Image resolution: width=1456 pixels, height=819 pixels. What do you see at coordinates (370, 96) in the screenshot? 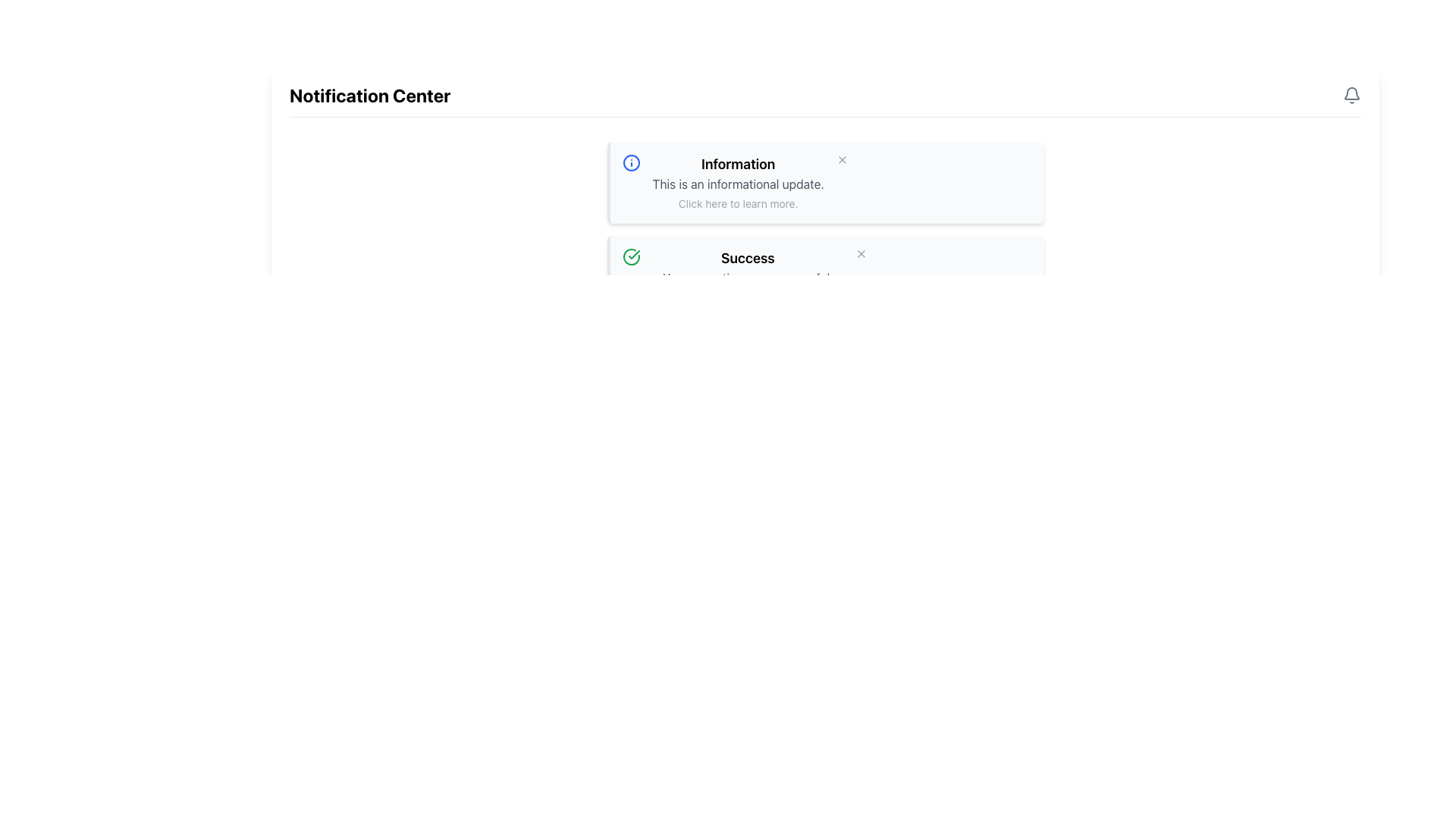
I see `bold-text heading labeled 'Notification Center' located at the top left of the interface, surrounded by whitespace` at bounding box center [370, 96].